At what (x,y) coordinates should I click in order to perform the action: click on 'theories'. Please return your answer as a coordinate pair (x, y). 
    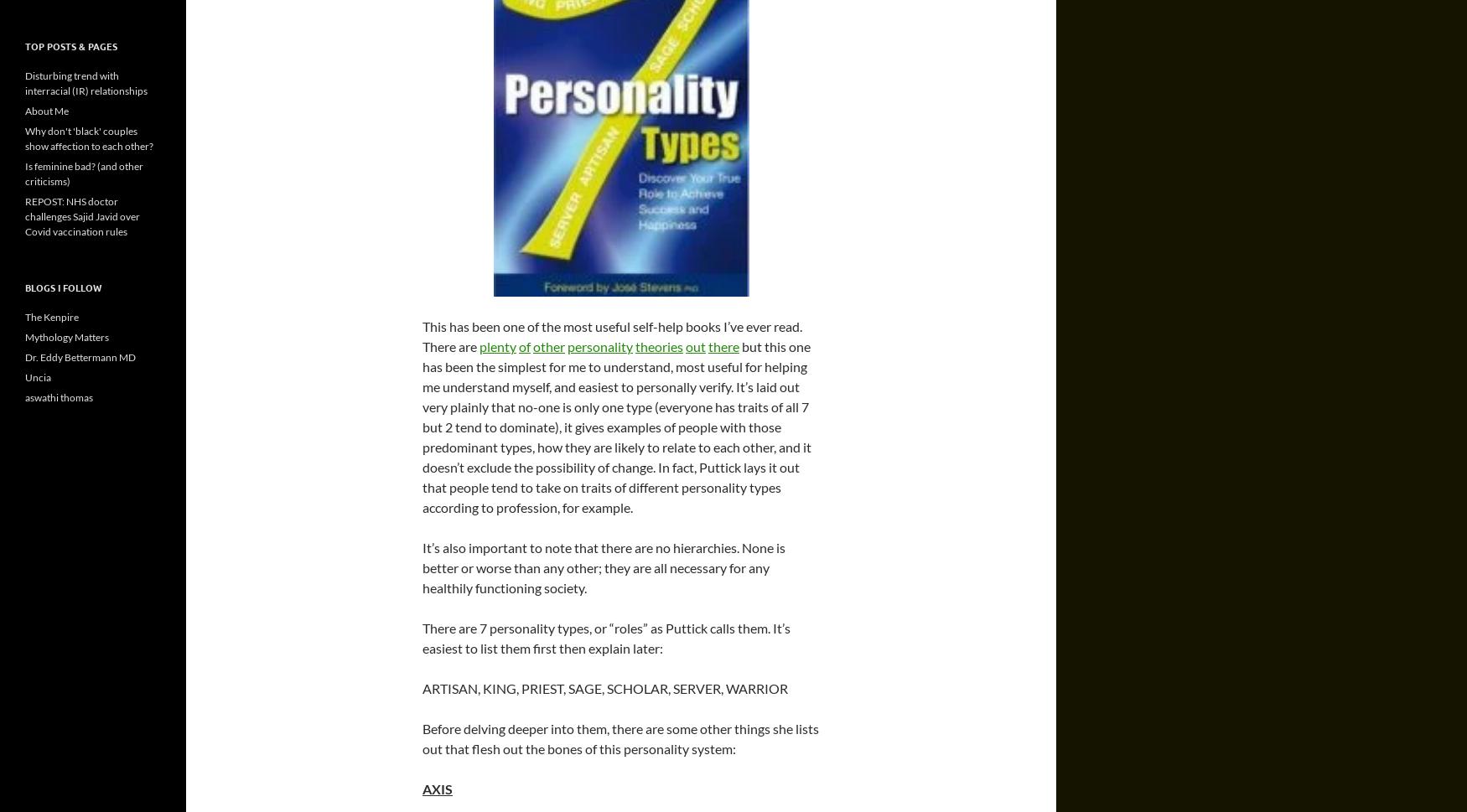
    Looking at the image, I should click on (658, 345).